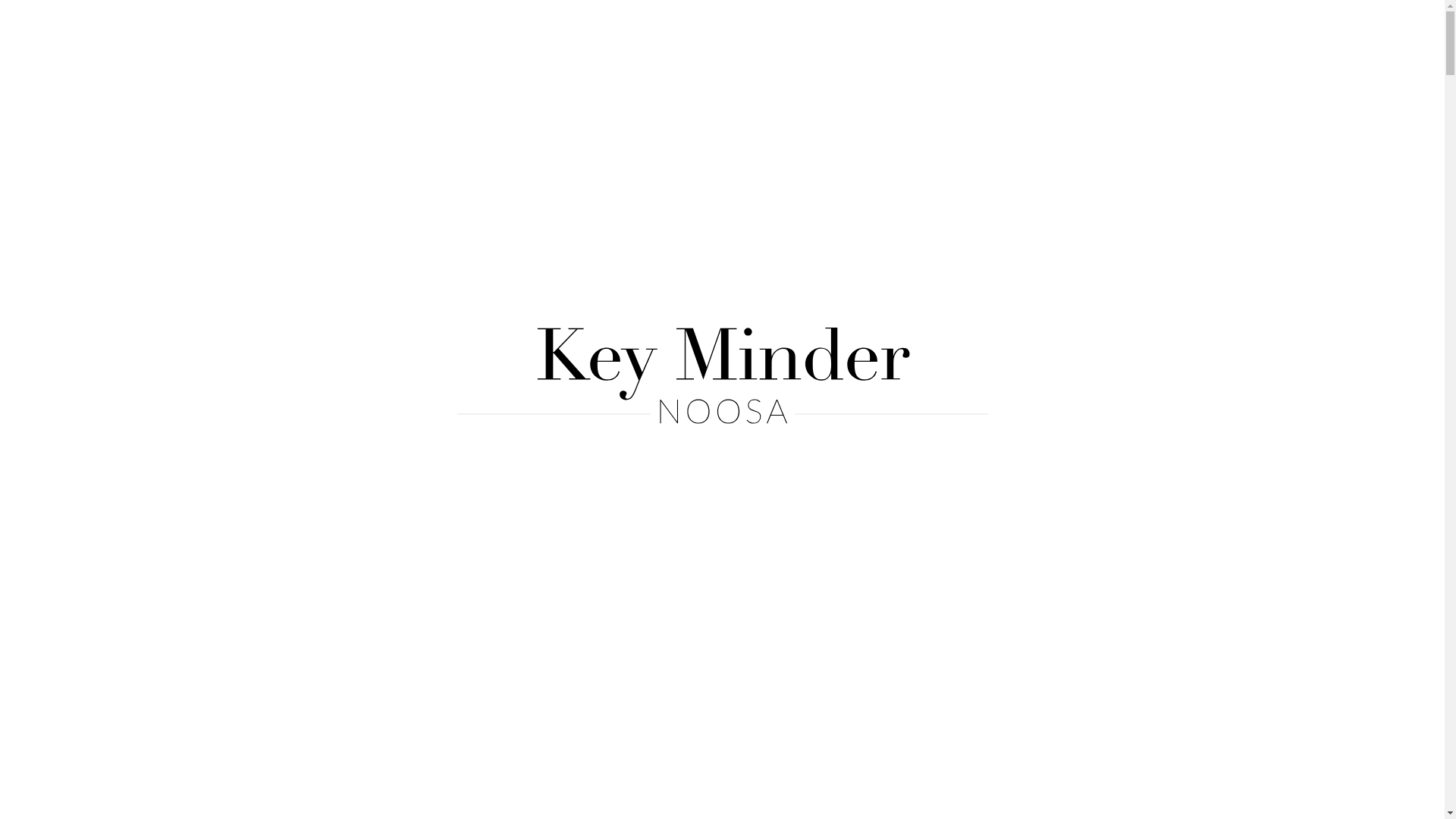  I want to click on 'ABOUT', so click(630, 27).